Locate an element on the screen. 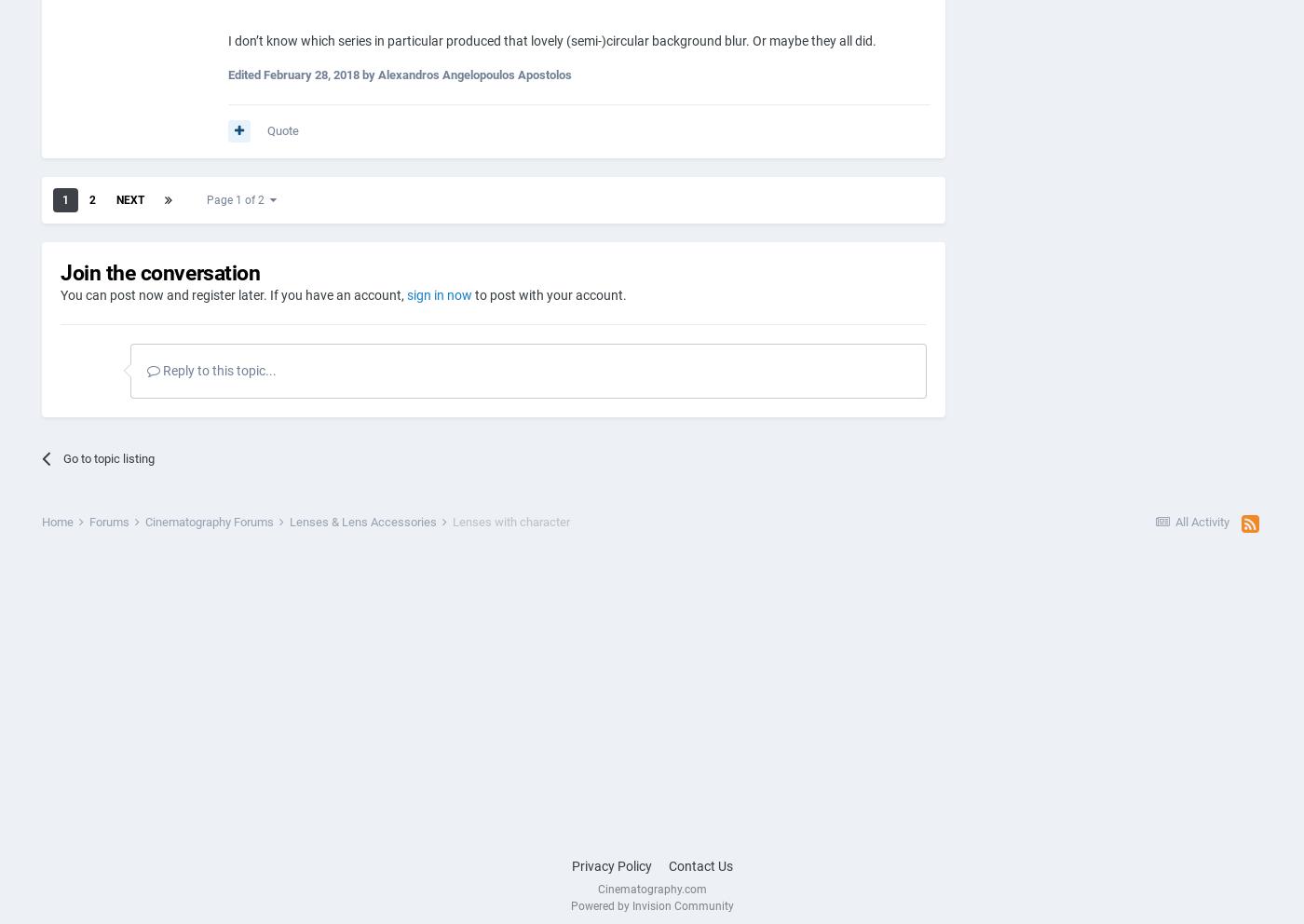 Image resolution: width=1304 pixels, height=924 pixels. 'Lenses & Lens Accessories' is located at coordinates (364, 521).